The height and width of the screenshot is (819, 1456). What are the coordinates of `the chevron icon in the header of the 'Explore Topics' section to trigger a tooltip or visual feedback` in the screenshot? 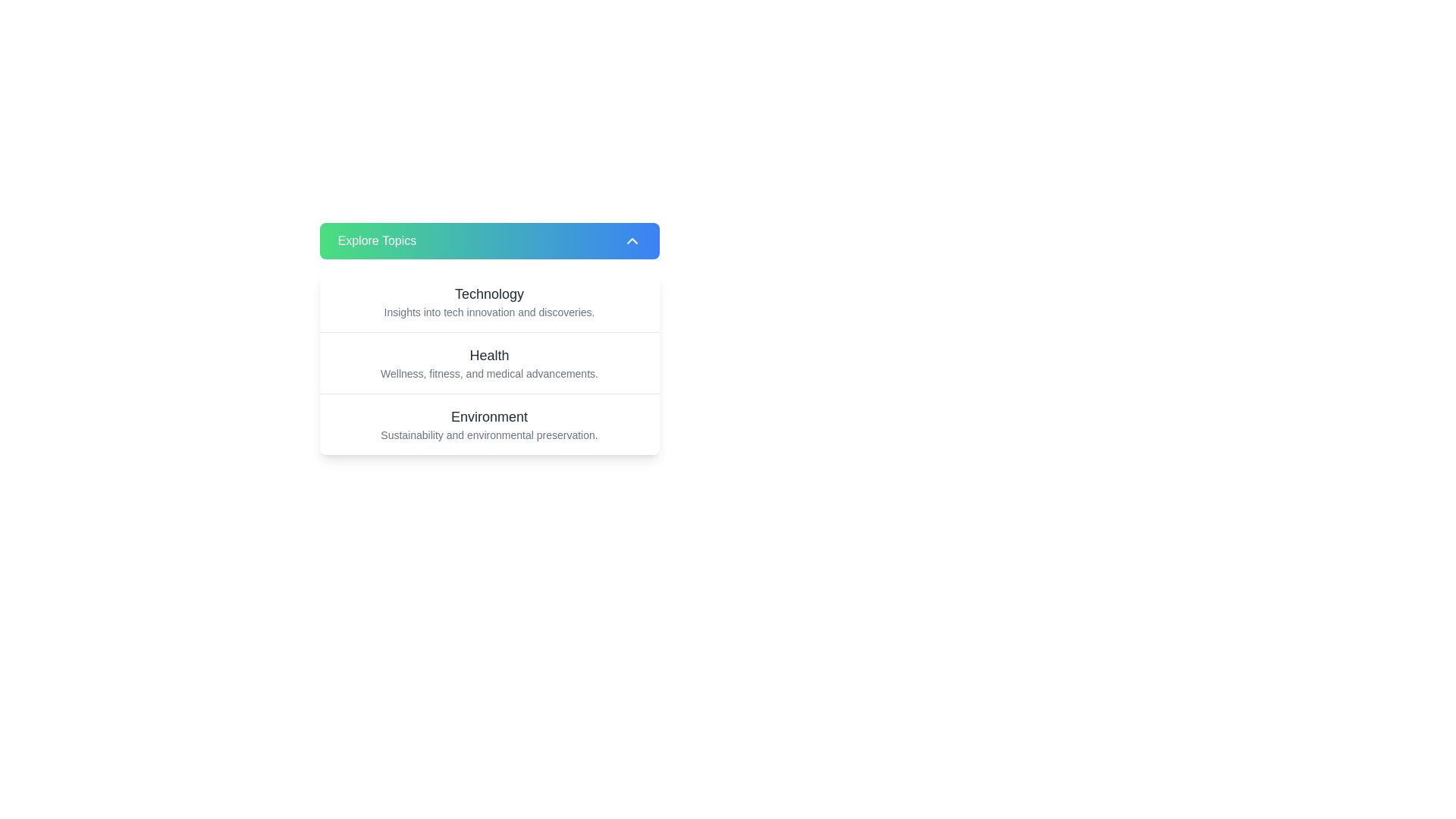 It's located at (632, 240).